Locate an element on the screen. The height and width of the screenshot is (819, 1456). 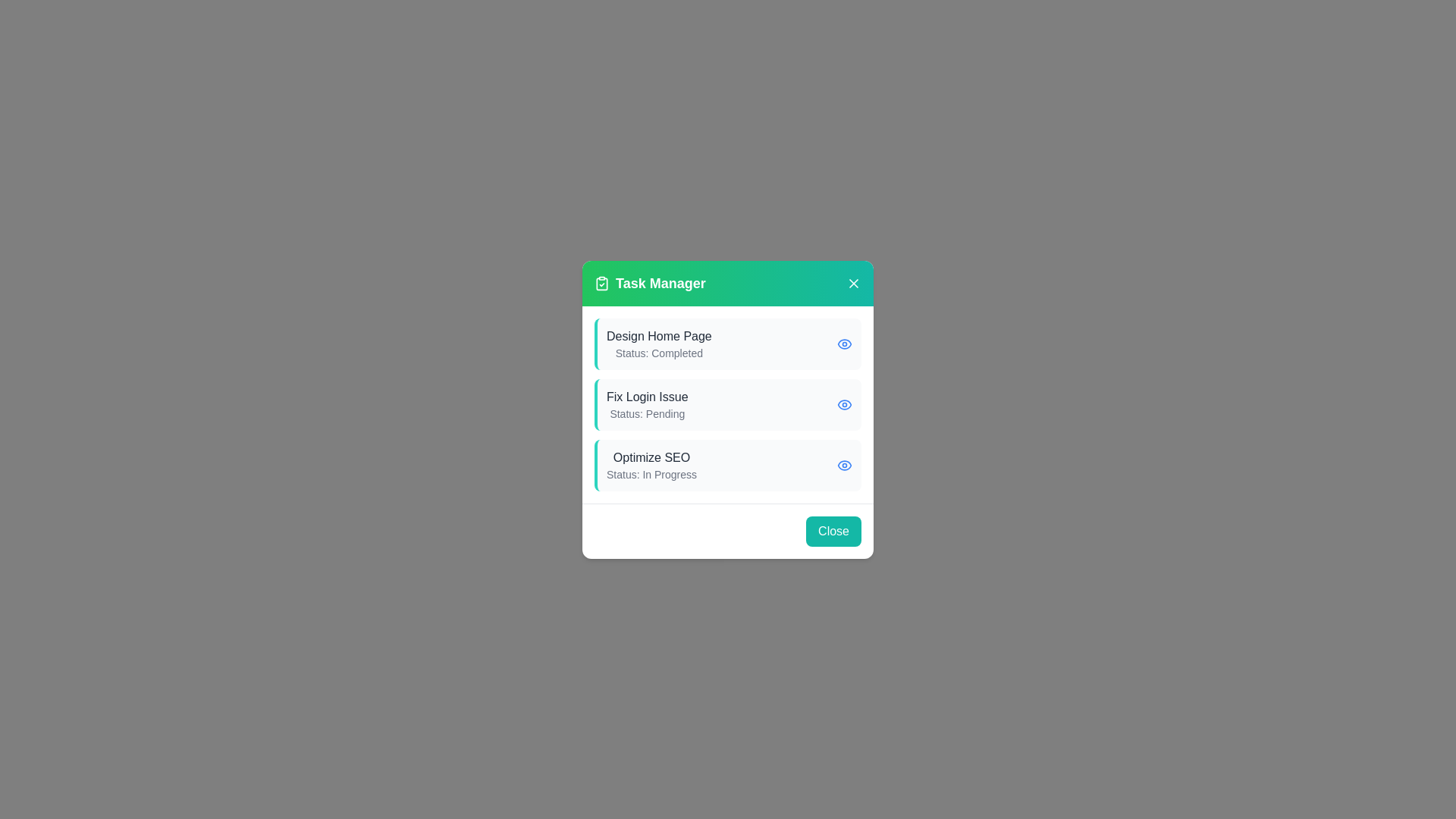
the 'Close' button located at the bottom-right corner of the 'Task Manager' modal to visualize the hover color change is located at coordinates (833, 530).